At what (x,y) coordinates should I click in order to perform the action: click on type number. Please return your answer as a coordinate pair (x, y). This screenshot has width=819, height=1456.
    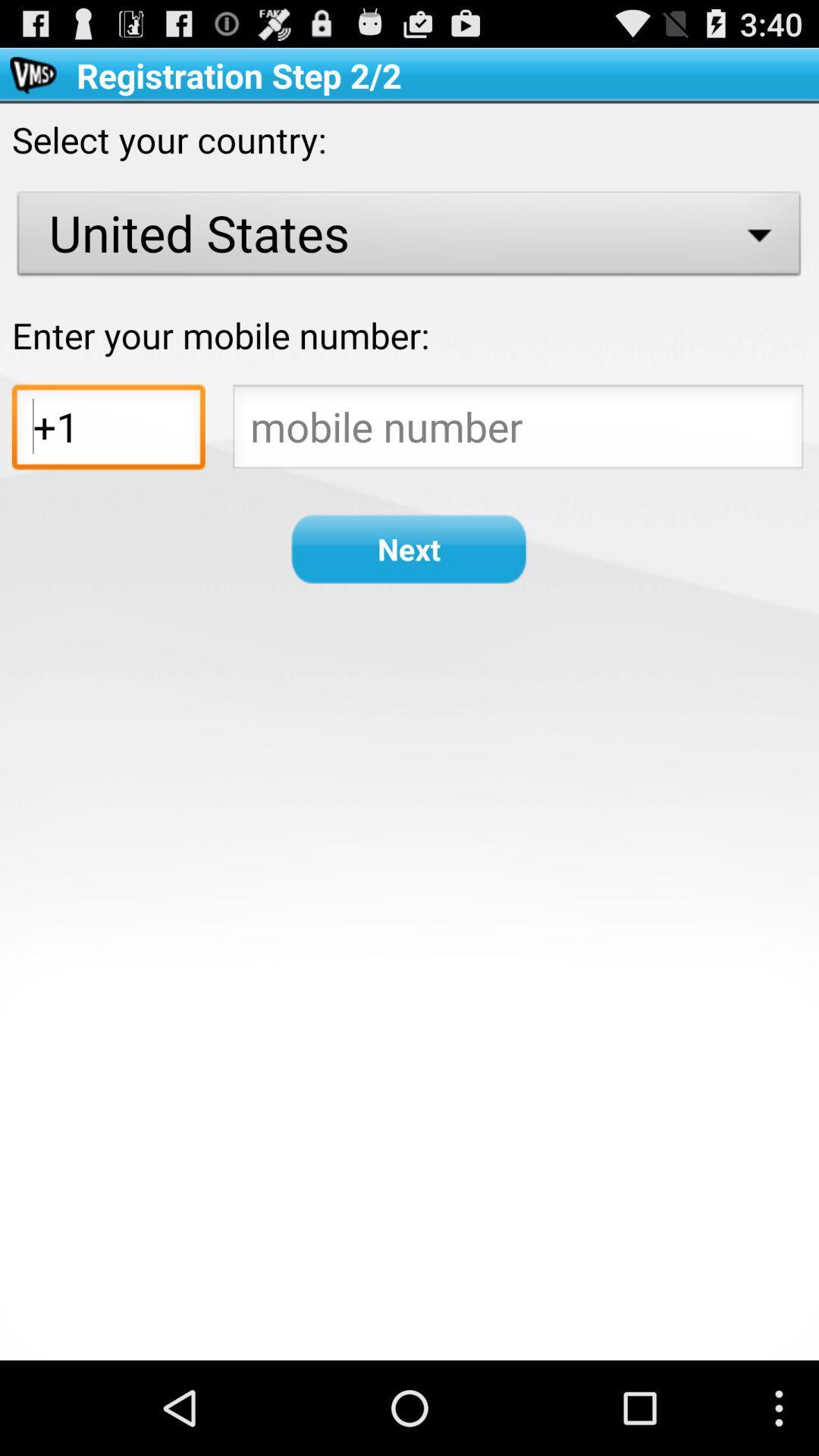
    Looking at the image, I should click on (517, 430).